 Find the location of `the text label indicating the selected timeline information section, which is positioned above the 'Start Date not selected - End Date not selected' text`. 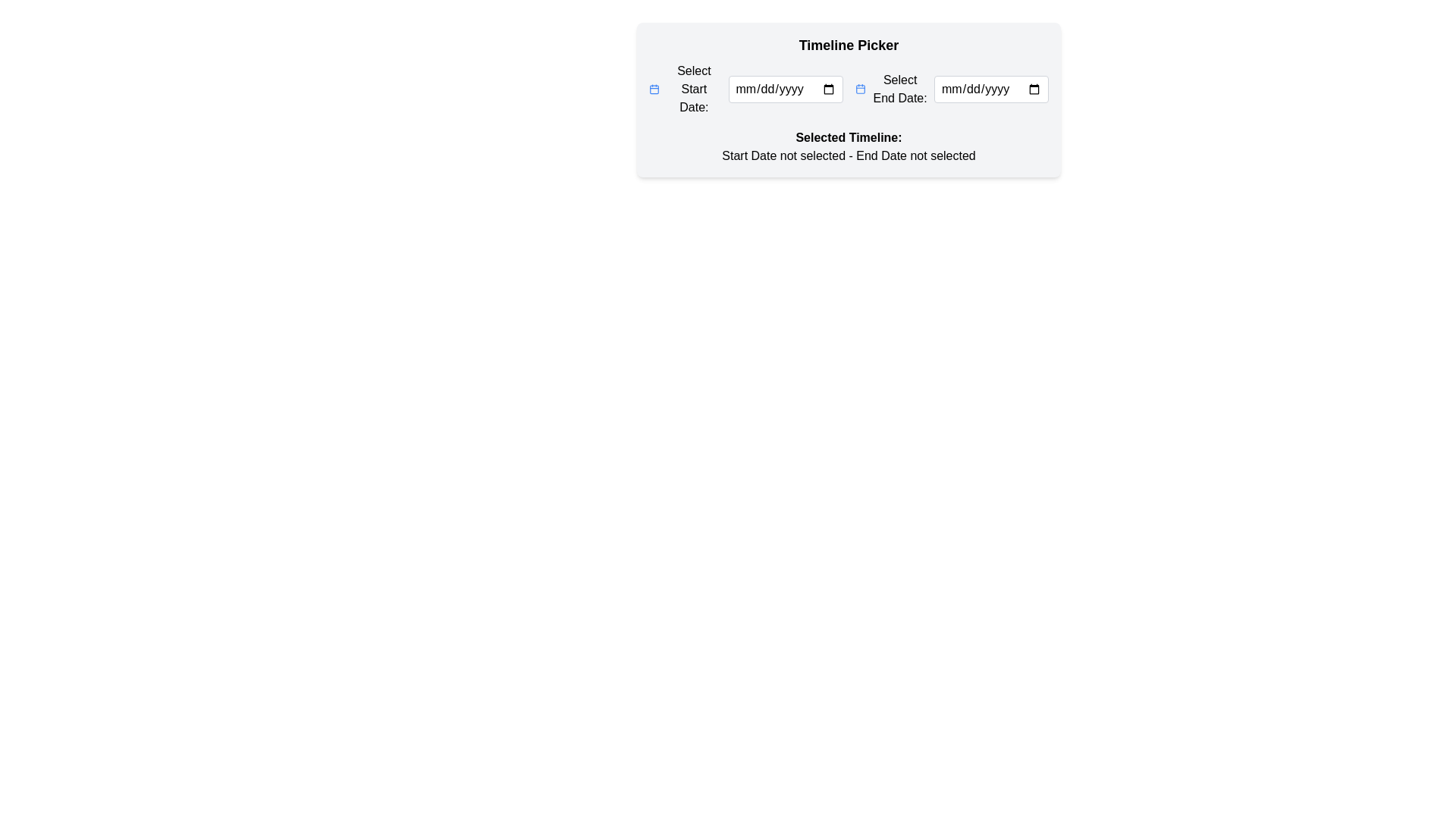

the text label indicating the selected timeline information section, which is positioned above the 'Start Date not selected - End Date not selected' text is located at coordinates (848, 137).